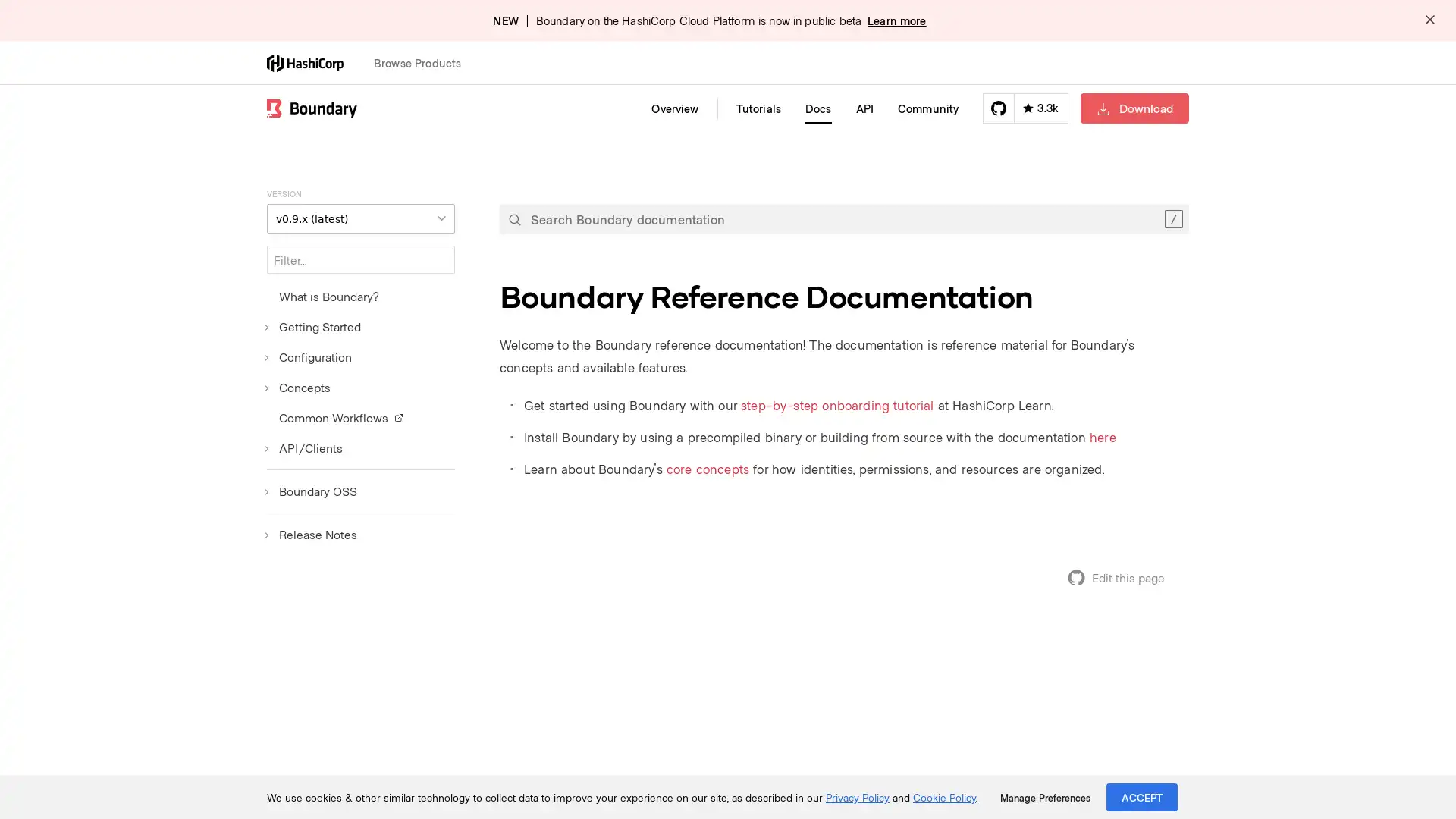  I want to click on Manage Preferences, so click(1044, 797).